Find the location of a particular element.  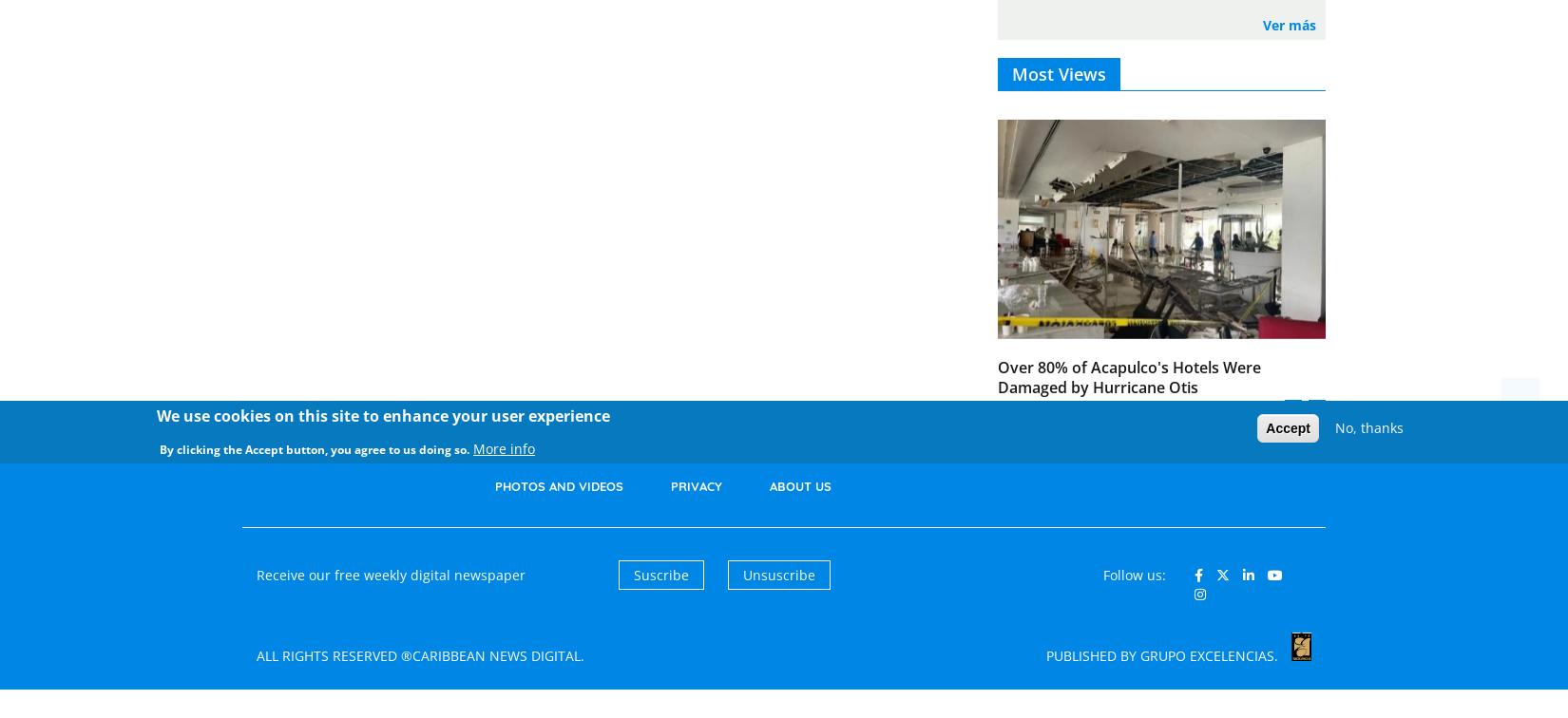

'Suscribe' is located at coordinates (659, 574).